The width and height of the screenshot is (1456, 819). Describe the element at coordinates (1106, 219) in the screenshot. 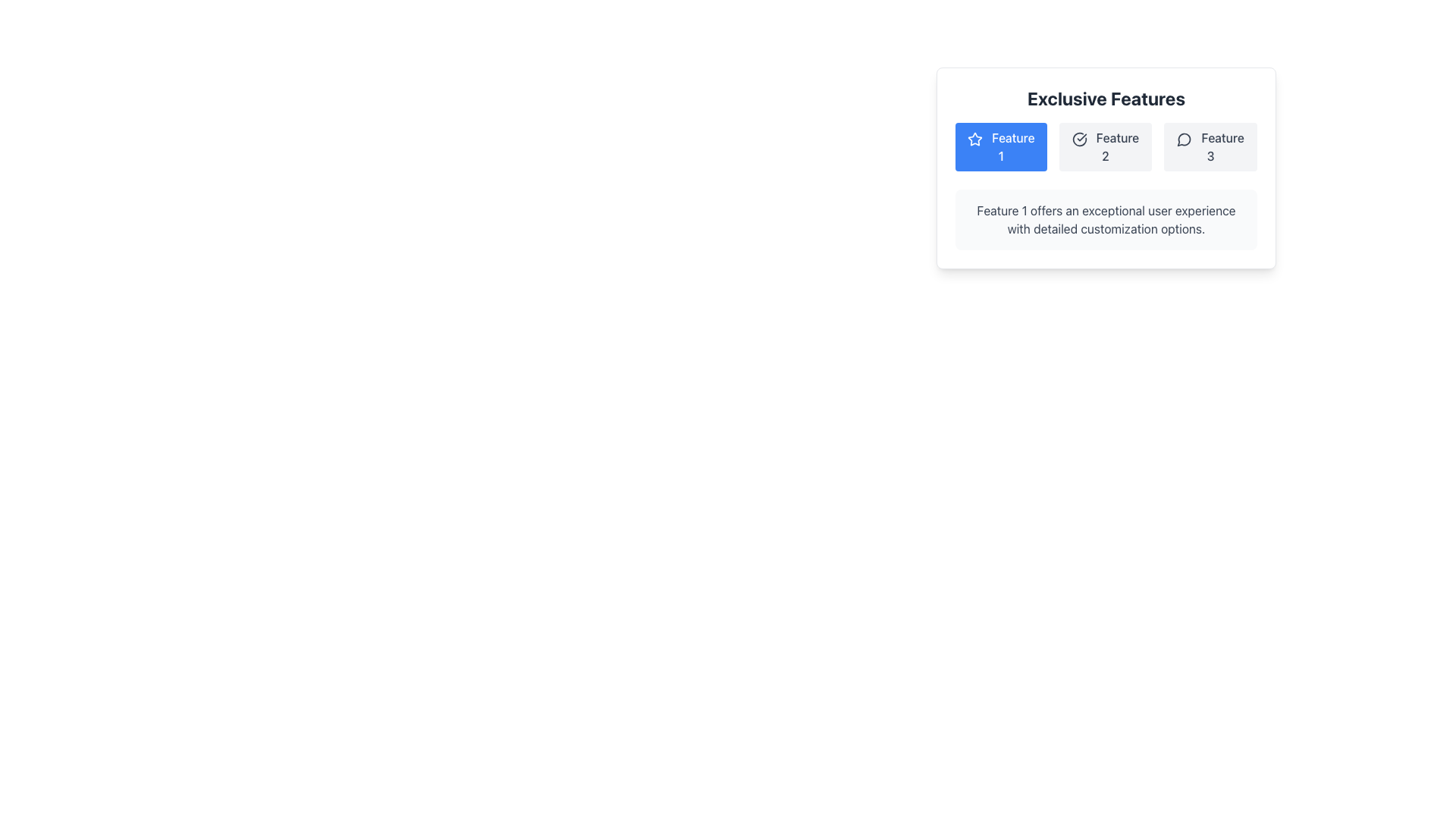

I see `the text block displaying the message: 'Feature 1 offers an exceptional user experience with detailed customization options.'` at that location.